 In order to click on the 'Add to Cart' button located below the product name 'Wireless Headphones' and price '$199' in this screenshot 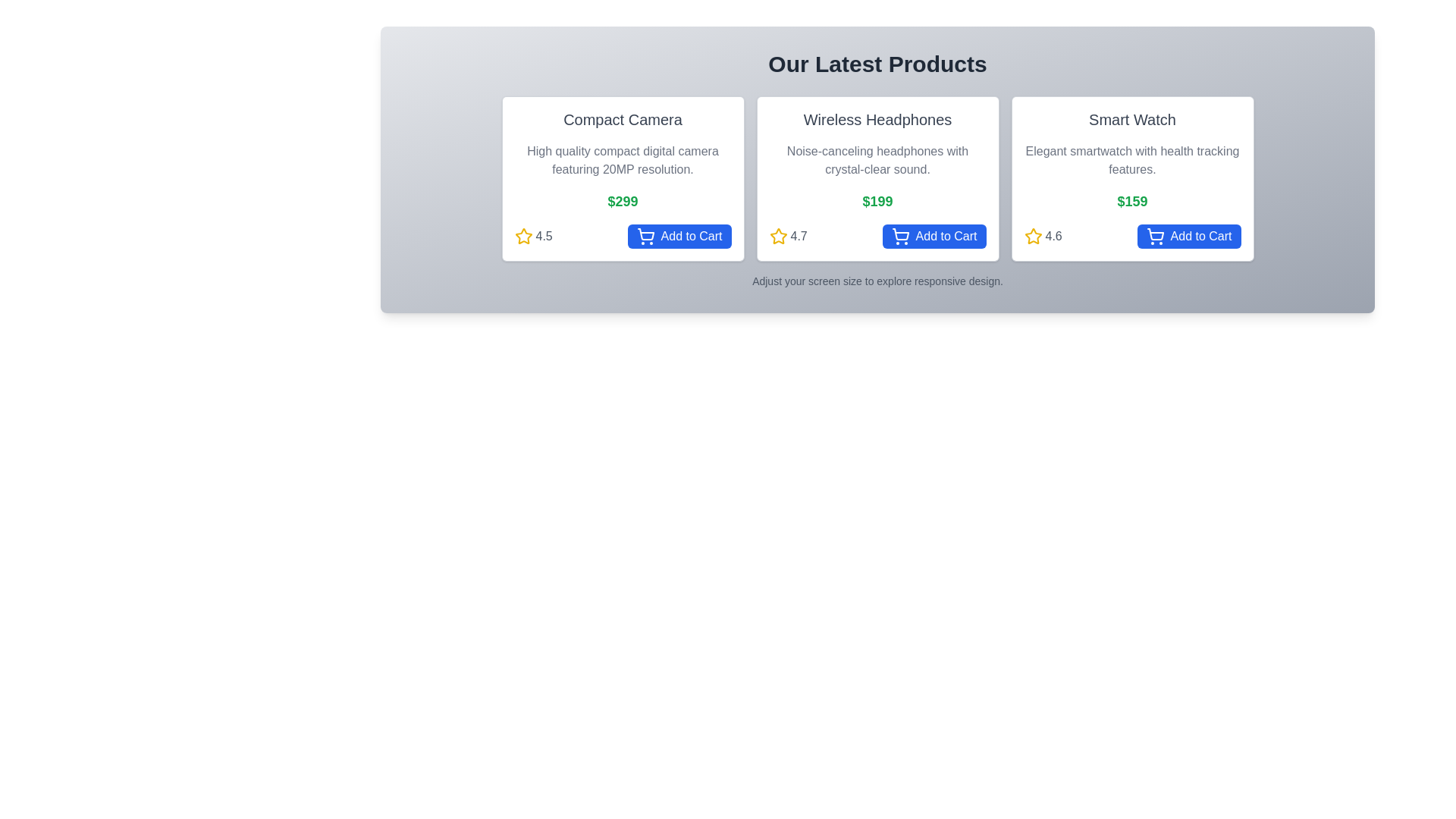, I will do `click(934, 237)`.